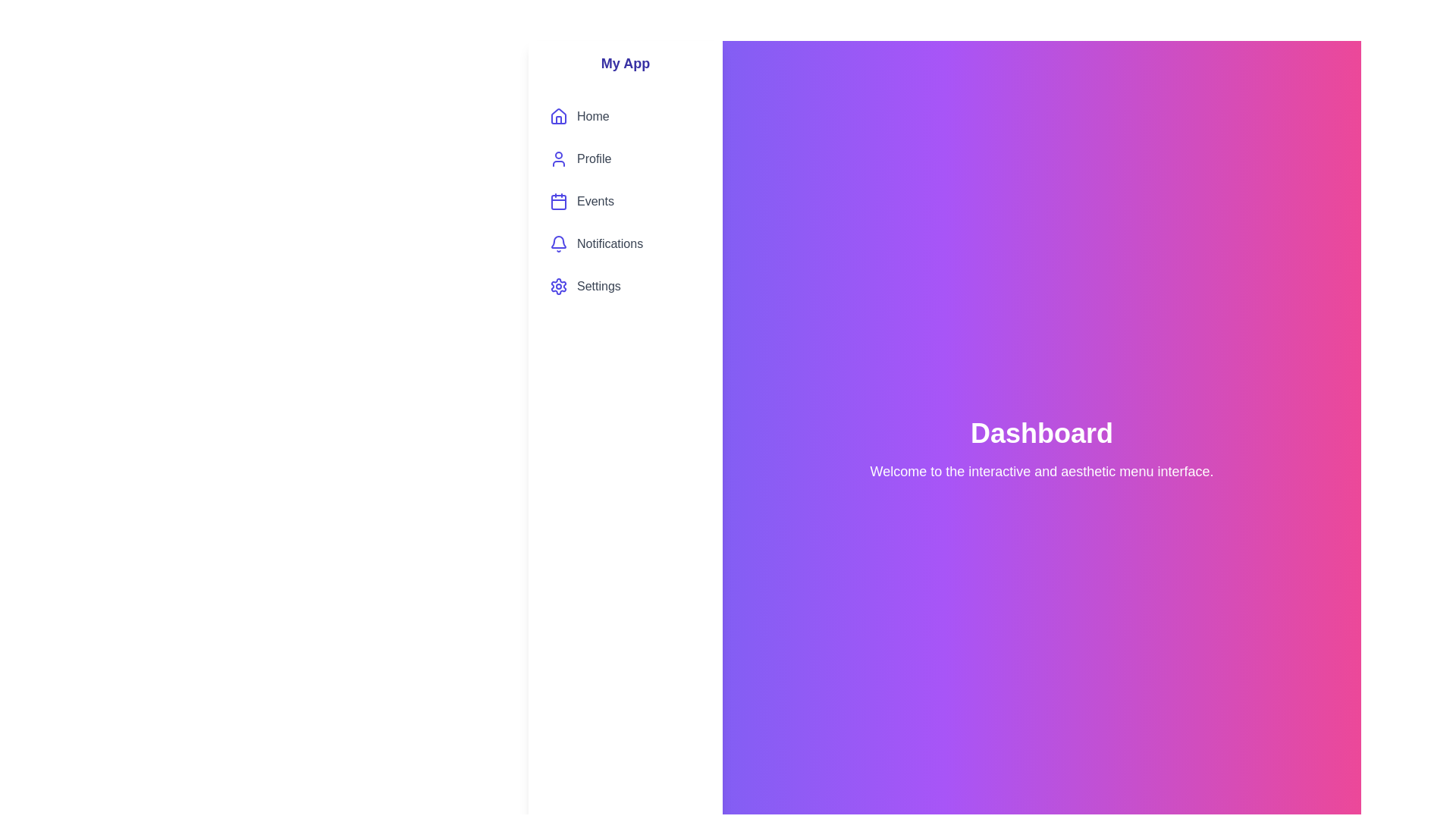 This screenshot has height=819, width=1456. Describe the element at coordinates (626, 116) in the screenshot. I see `the menu item labeled Home to navigate to the corresponding section` at that location.